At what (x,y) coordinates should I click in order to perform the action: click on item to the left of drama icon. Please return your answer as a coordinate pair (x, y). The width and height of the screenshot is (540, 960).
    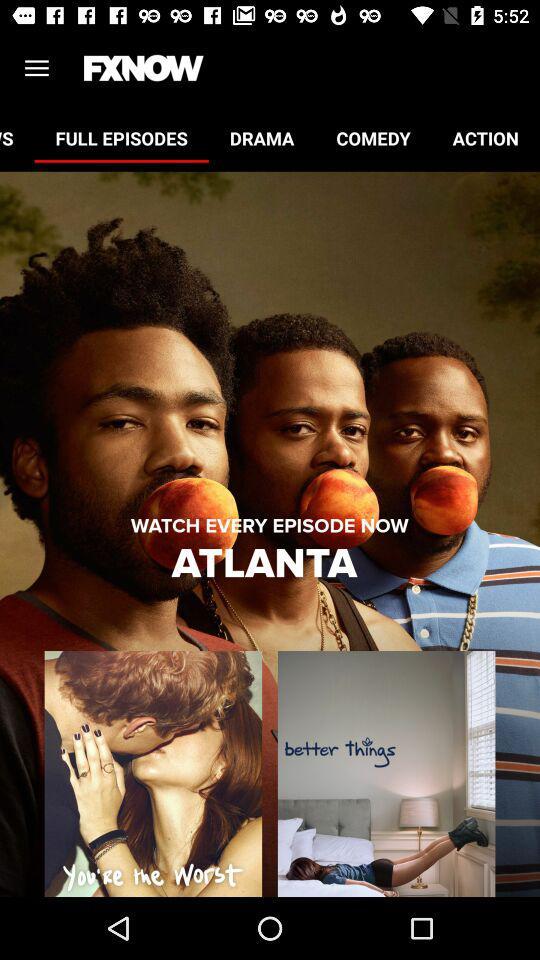
    Looking at the image, I should click on (121, 137).